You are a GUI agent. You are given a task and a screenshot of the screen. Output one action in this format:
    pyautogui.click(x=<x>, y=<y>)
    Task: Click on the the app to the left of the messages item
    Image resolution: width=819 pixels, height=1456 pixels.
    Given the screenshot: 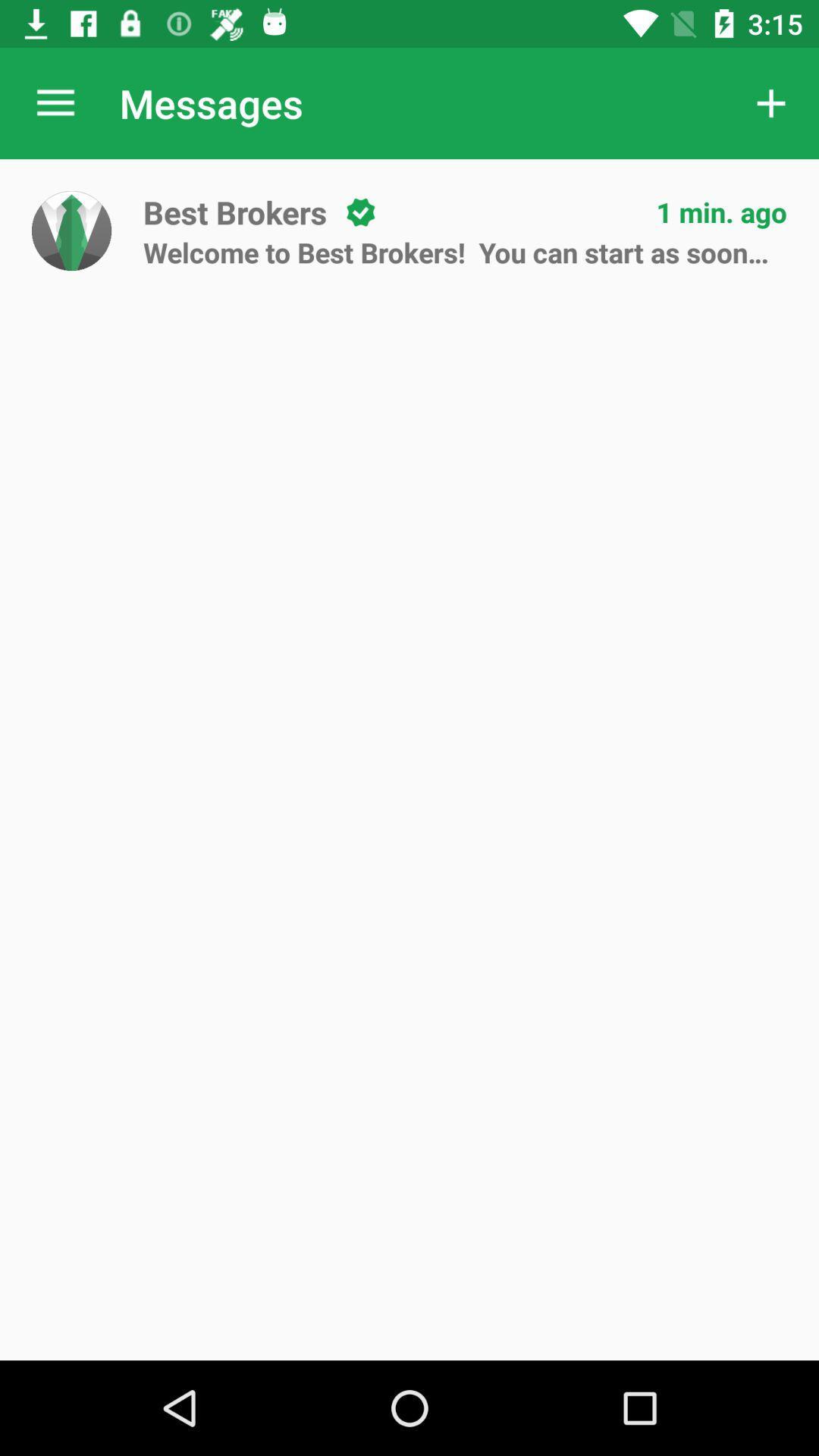 What is the action you would take?
    pyautogui.click(x=55, y=102)
    